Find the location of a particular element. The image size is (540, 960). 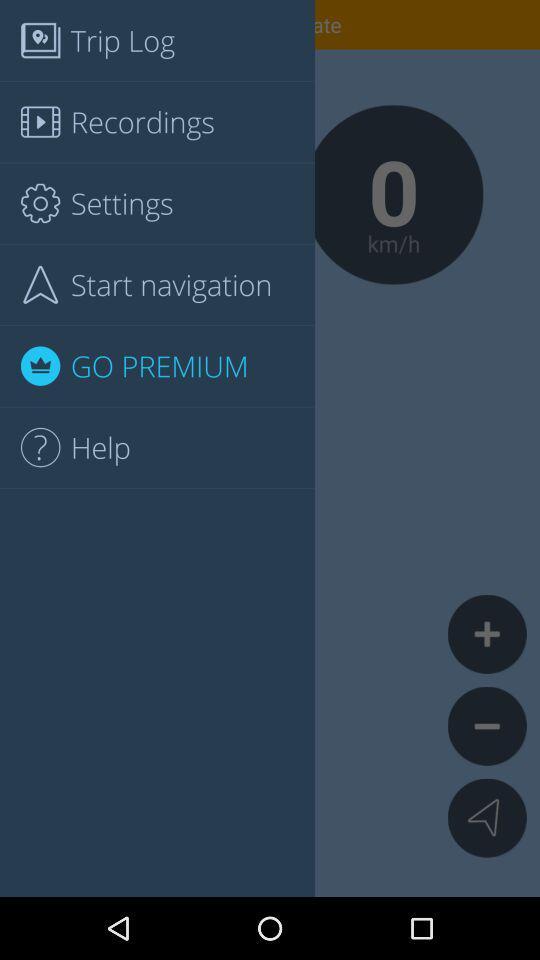

the navigation icon is located at coordinates (486, 818).